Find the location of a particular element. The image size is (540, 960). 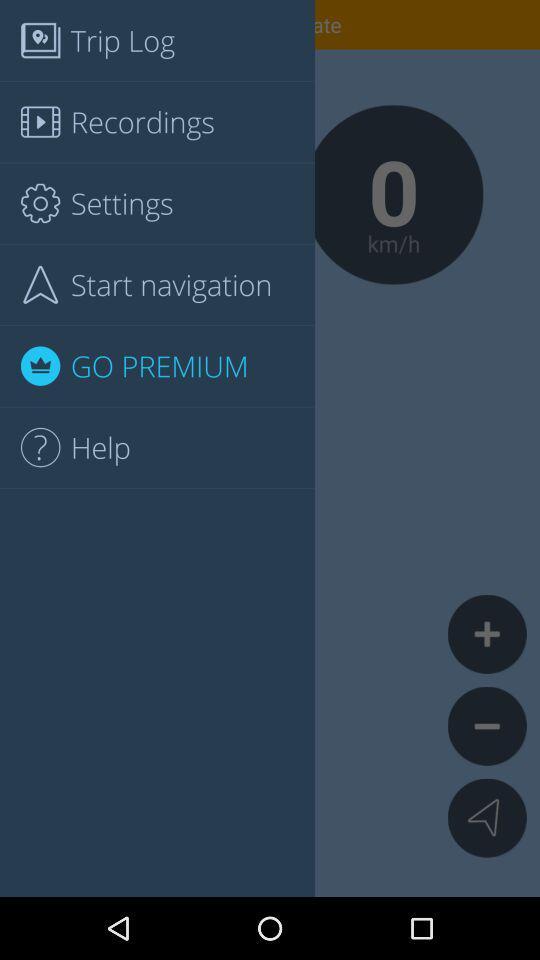

the navigation icon is located at coordinates (486, 818).